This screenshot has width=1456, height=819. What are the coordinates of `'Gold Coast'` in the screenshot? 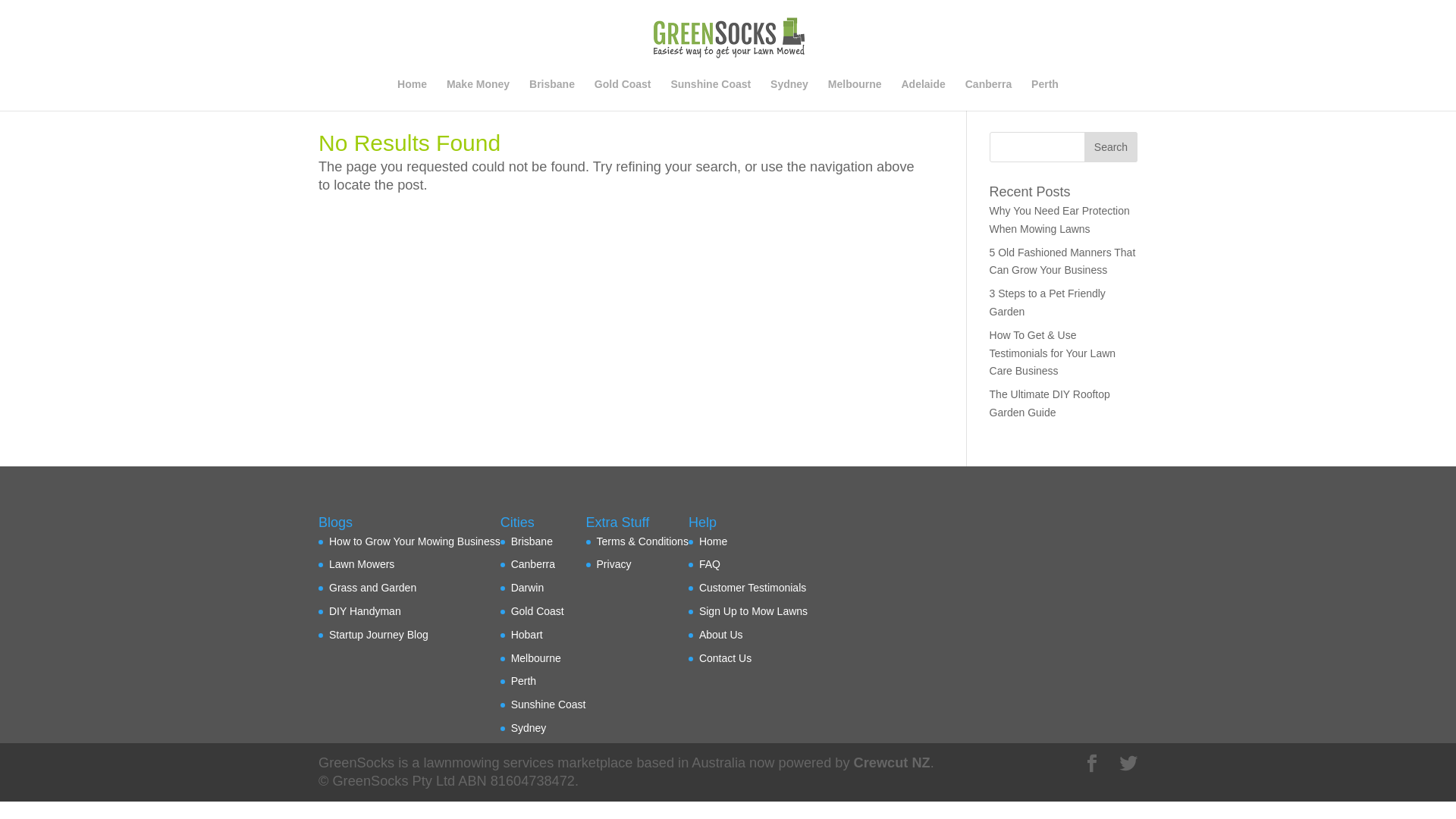 It's located at (510, 610).